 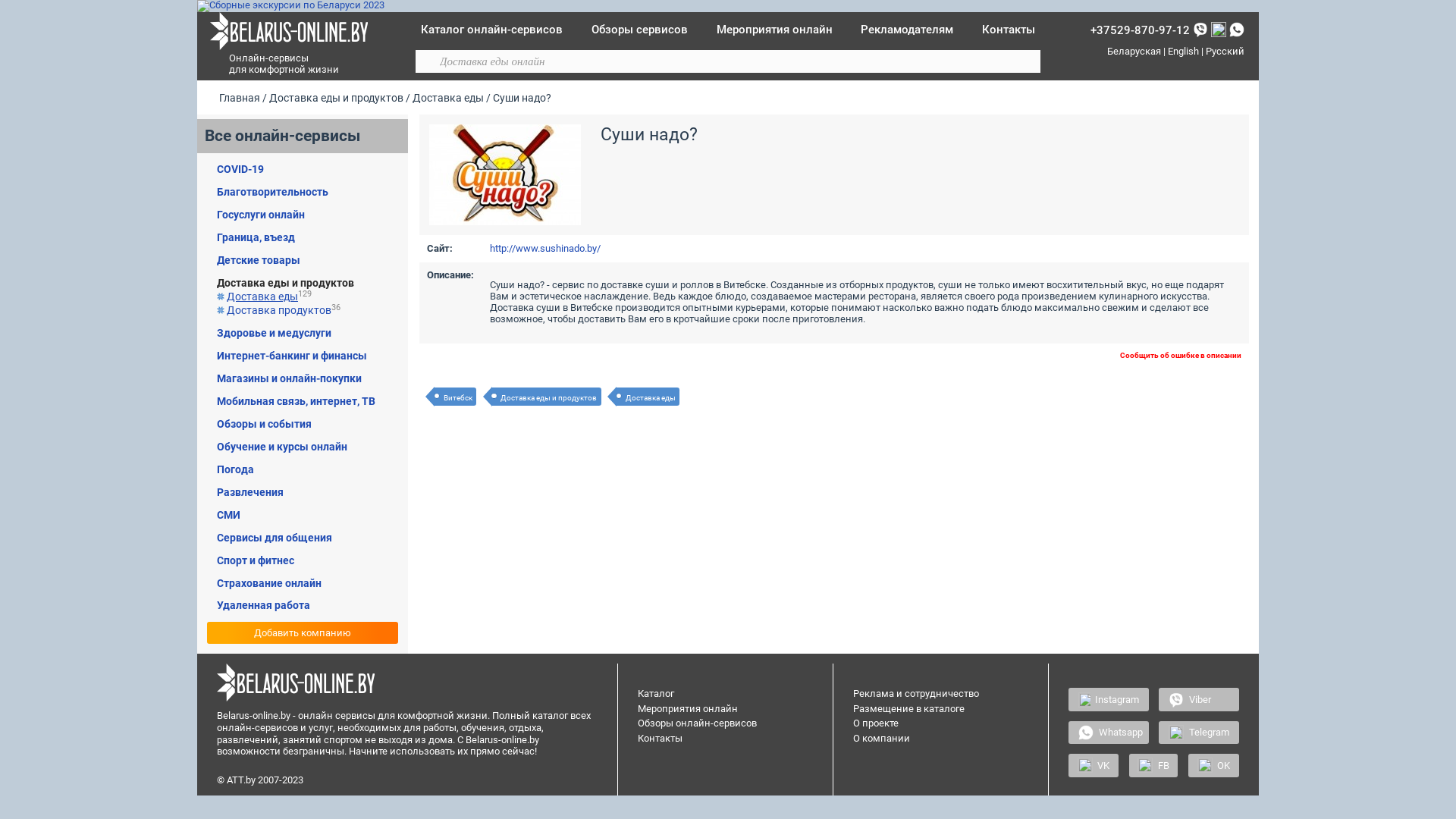 I want to click on 'VK', so click(x=1093, y=765).